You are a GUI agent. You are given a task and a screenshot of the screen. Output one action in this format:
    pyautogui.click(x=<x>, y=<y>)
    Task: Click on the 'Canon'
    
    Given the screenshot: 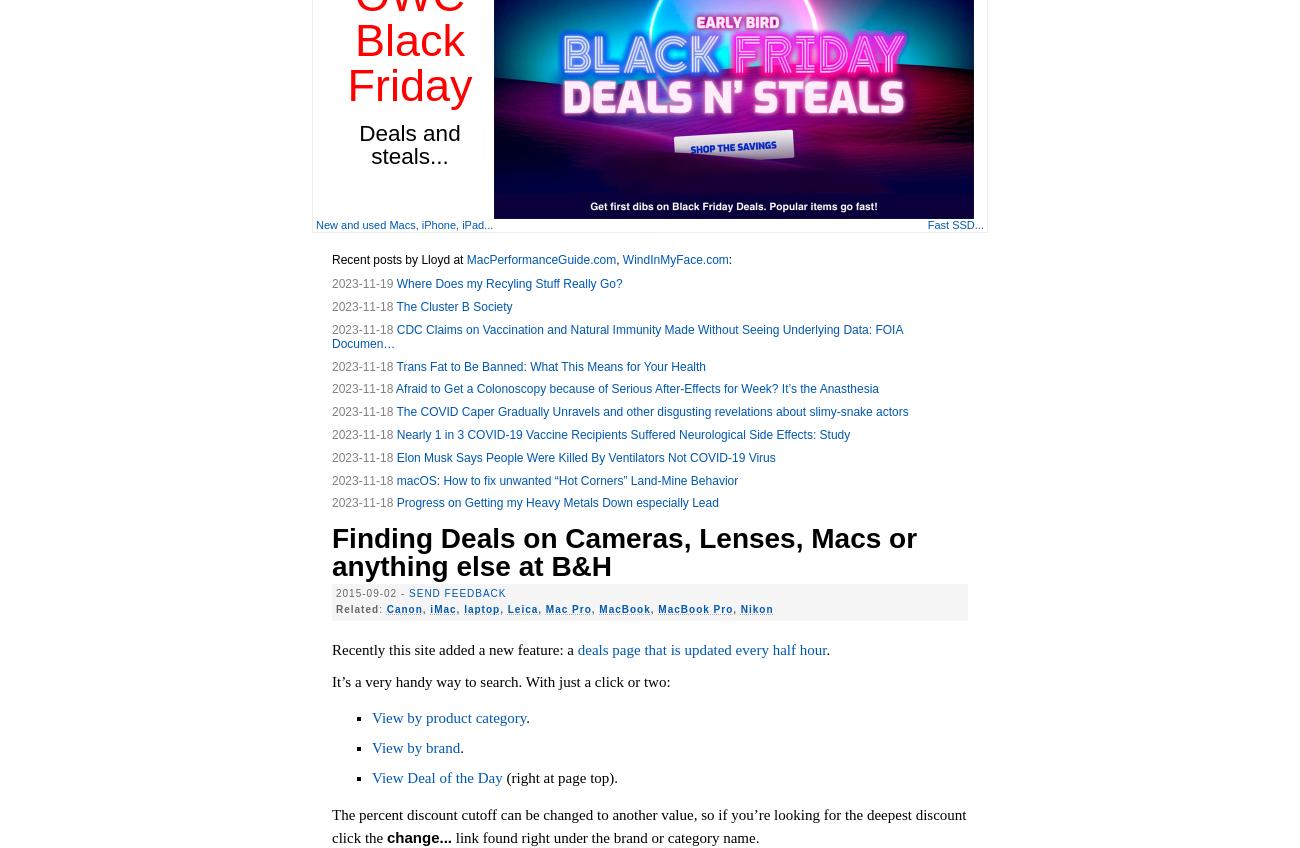 What is the action you would take?
    pyautogui.click(x=404, y=609)
    